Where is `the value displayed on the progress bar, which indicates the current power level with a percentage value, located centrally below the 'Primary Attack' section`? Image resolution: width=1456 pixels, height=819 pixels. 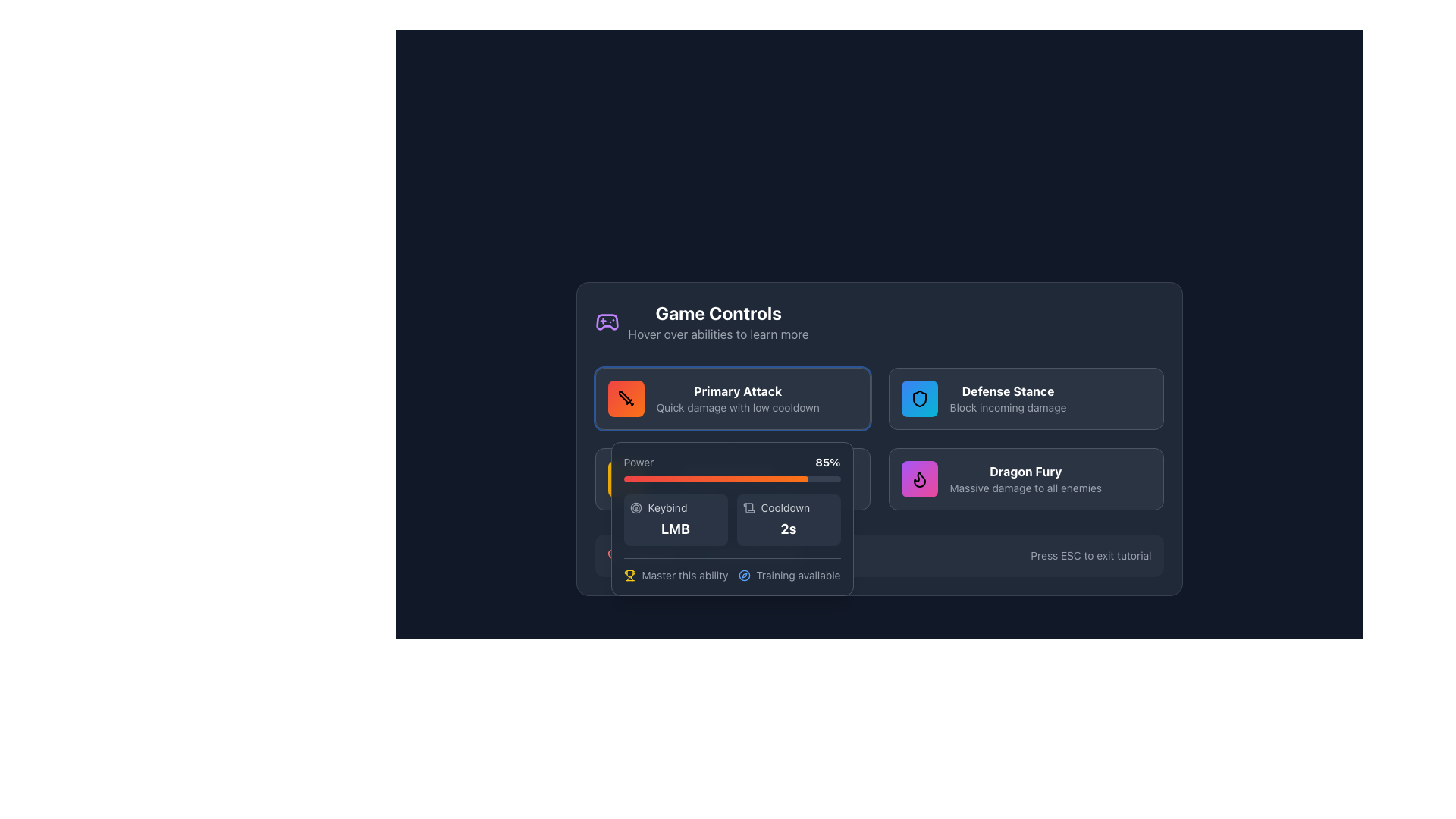 the value displayed on the progress bar, which indicates the current power level with a percentage value, located centrally below the 'Primary Attack' section is located at coordinates (732, 479).